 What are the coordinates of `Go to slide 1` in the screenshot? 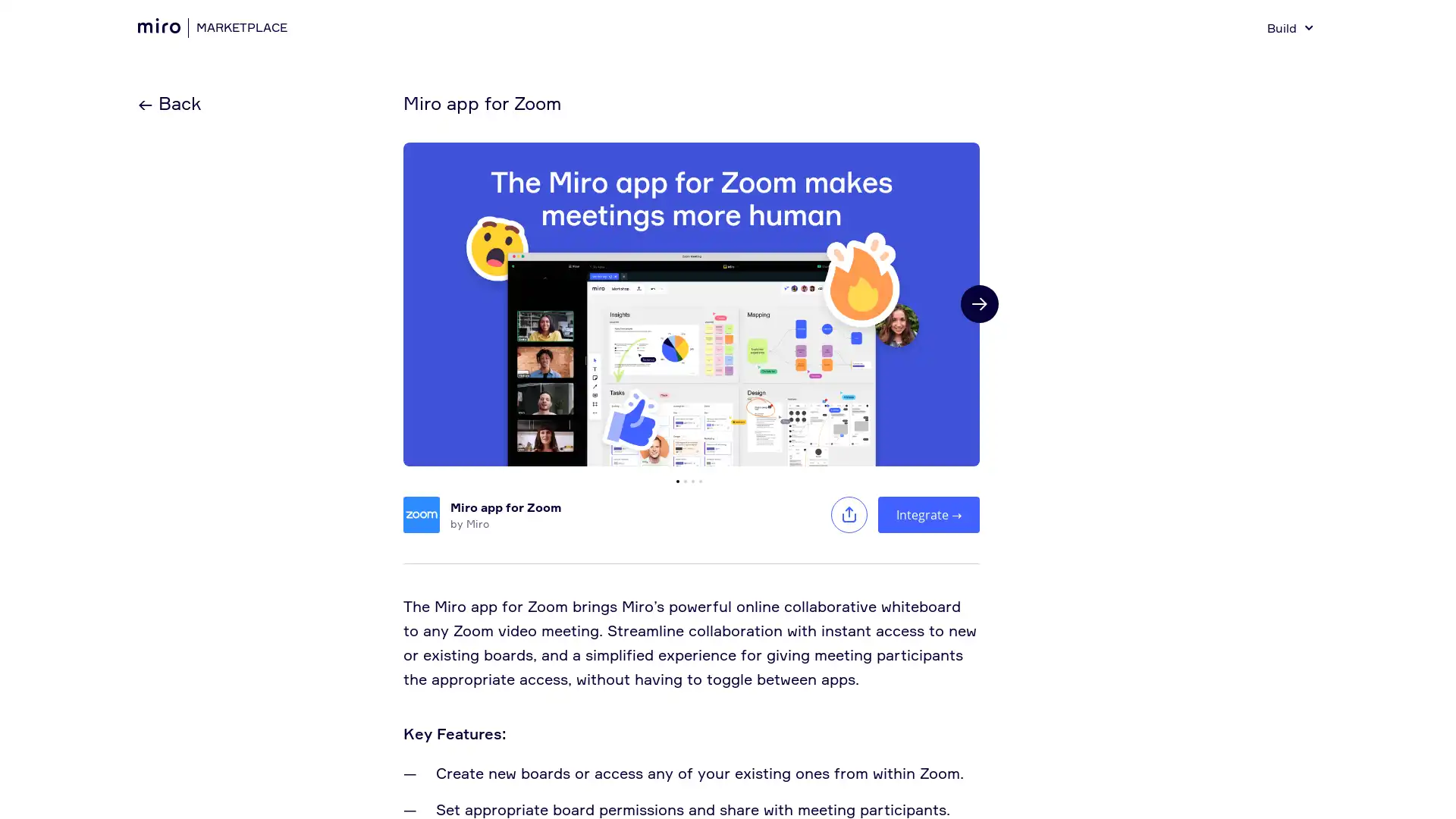 It's located at (676, 480).